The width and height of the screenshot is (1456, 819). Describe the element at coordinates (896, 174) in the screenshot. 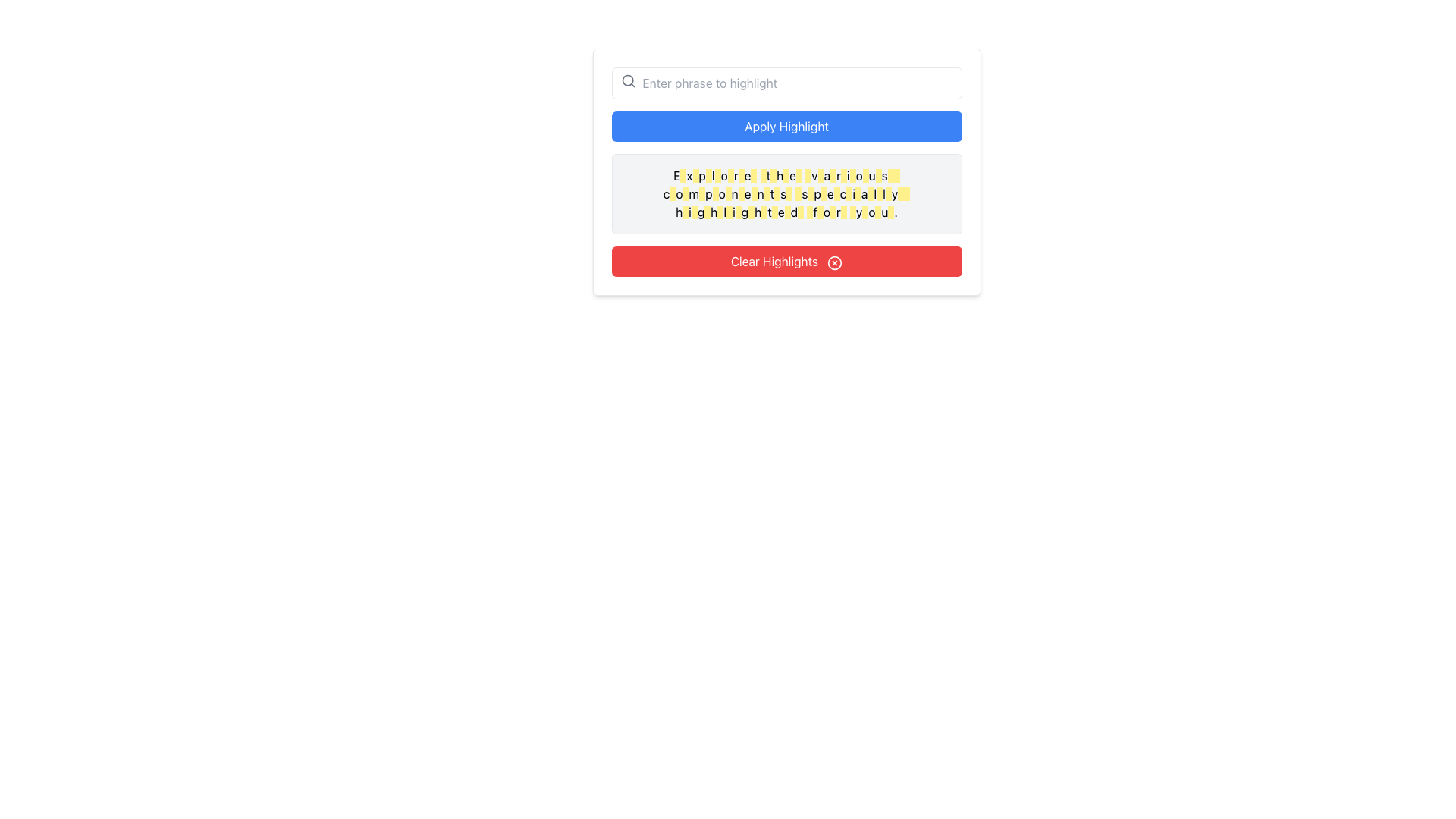

I see `the last yellow highlight marker in the sentence, which is located in the gray area below the 'Apply Highlight' button and is the 20th highlighted box` at that location.